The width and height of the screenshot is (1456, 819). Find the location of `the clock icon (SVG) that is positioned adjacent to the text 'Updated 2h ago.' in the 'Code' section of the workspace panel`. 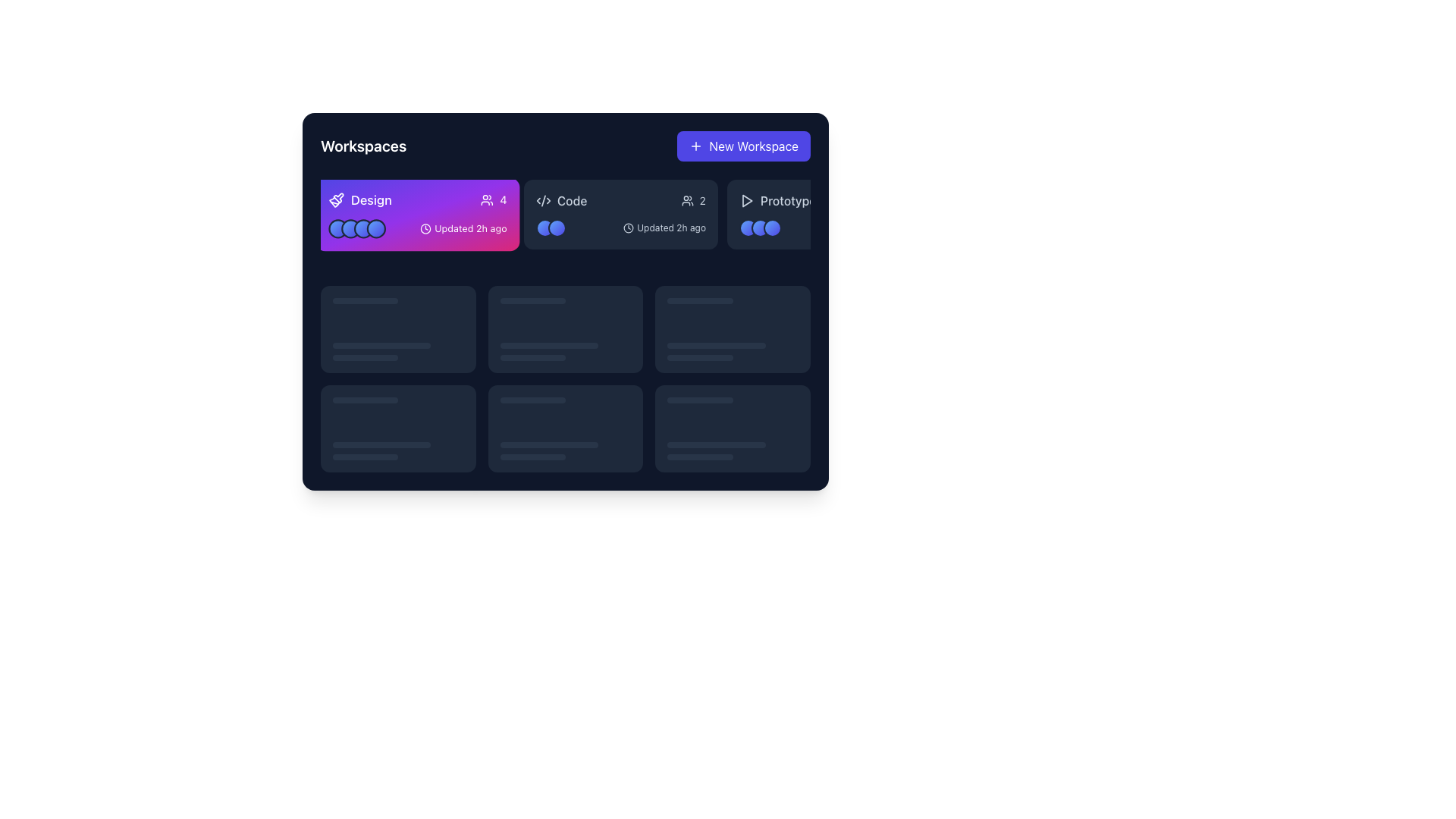

the clock icon (SVG) that is positioned adjacent to the text 'Updated 2h ago.' in the 'Code' section of the workspace panel is located at coordinates (629, 227).